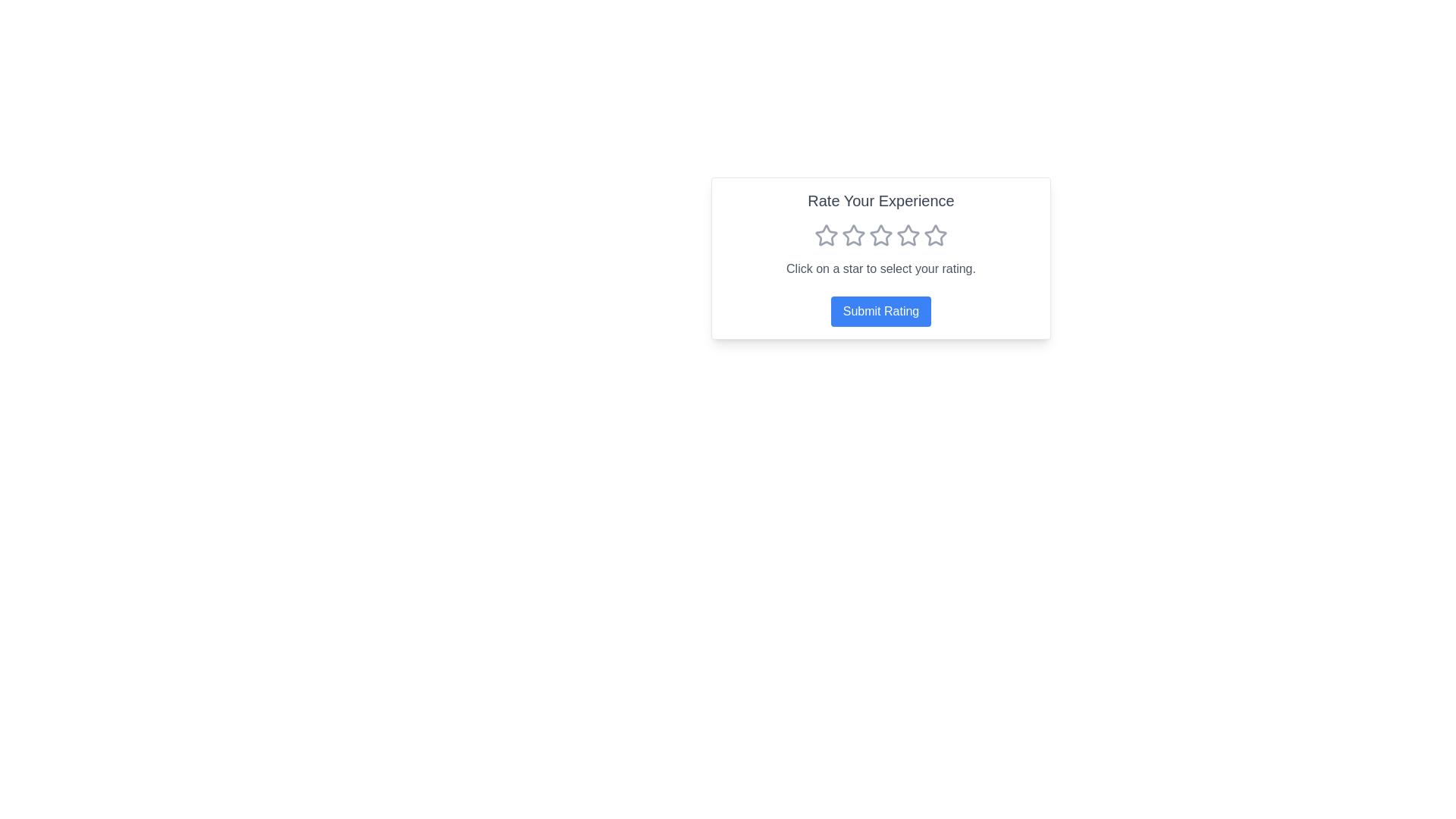  Describe the element at coordinates (908, 235) in the screenshot. I see `the fourth star in the horizontal sequence of five rating stars to rate 4` at that location.